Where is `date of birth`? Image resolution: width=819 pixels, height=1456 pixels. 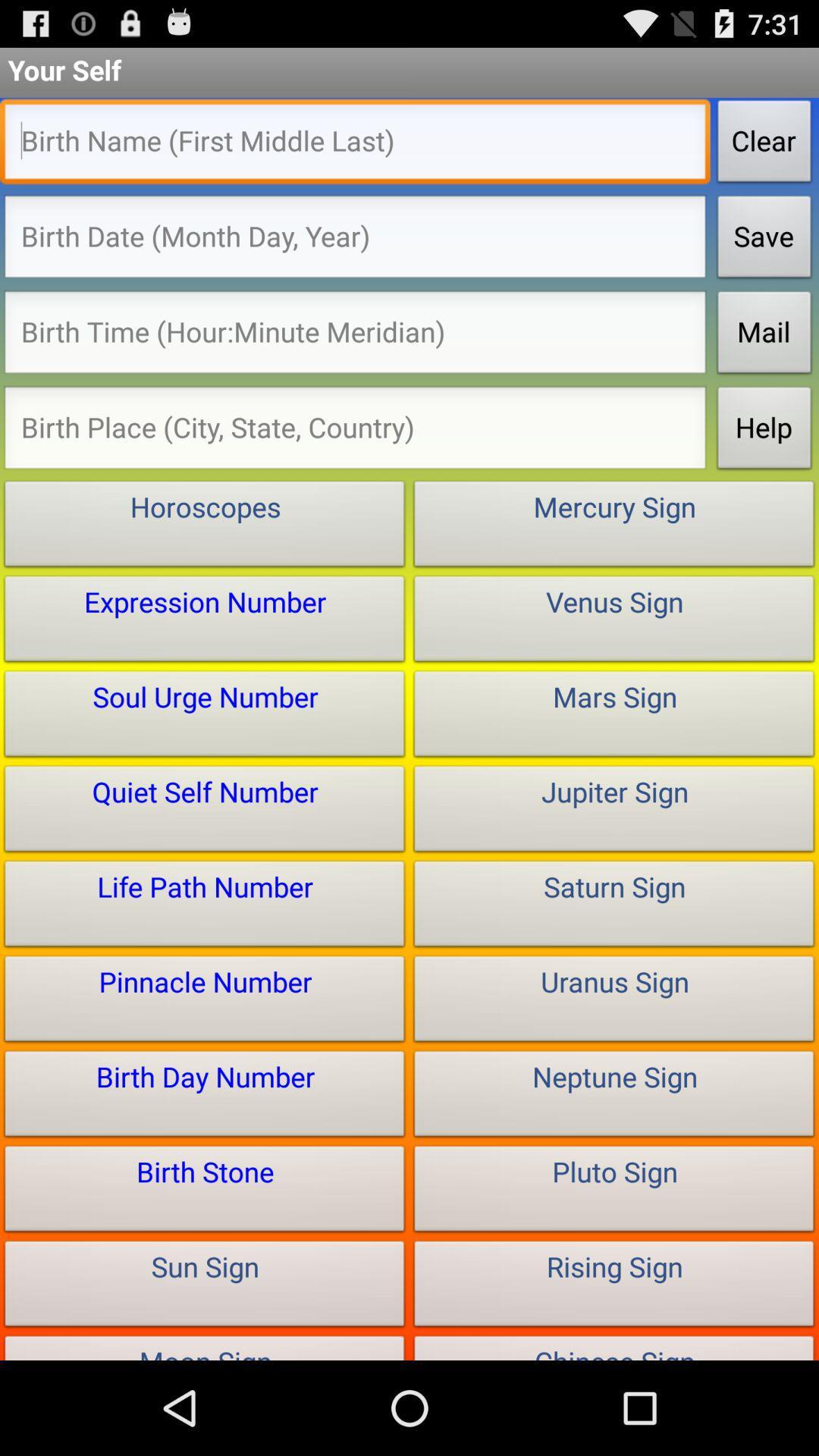
date of birth is located at coordinates (355, 240).